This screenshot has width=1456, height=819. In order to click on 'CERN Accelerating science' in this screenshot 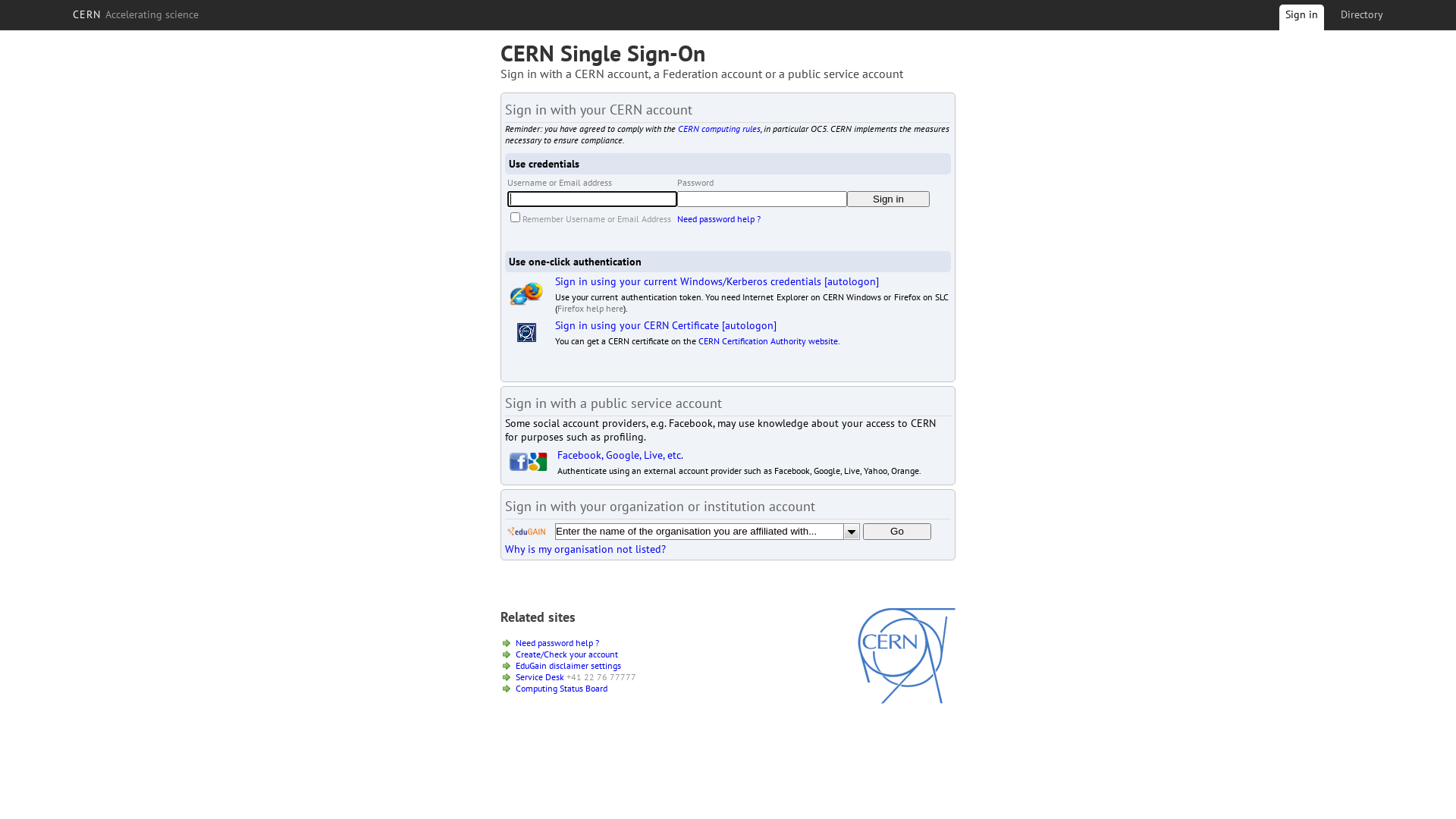, I will do `click(65, 14)`.